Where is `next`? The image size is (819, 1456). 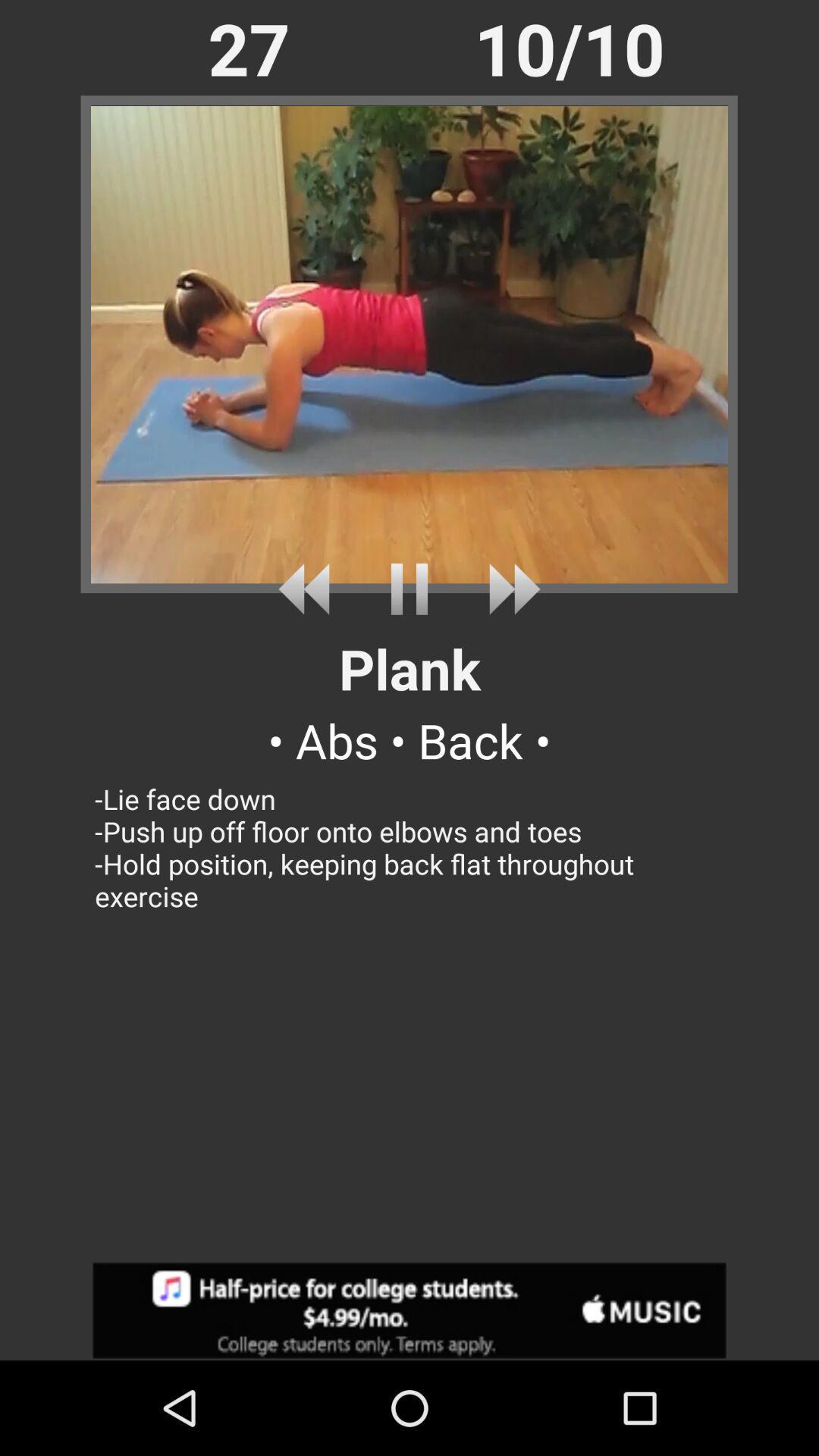 next is located at coordinates (309, 588).